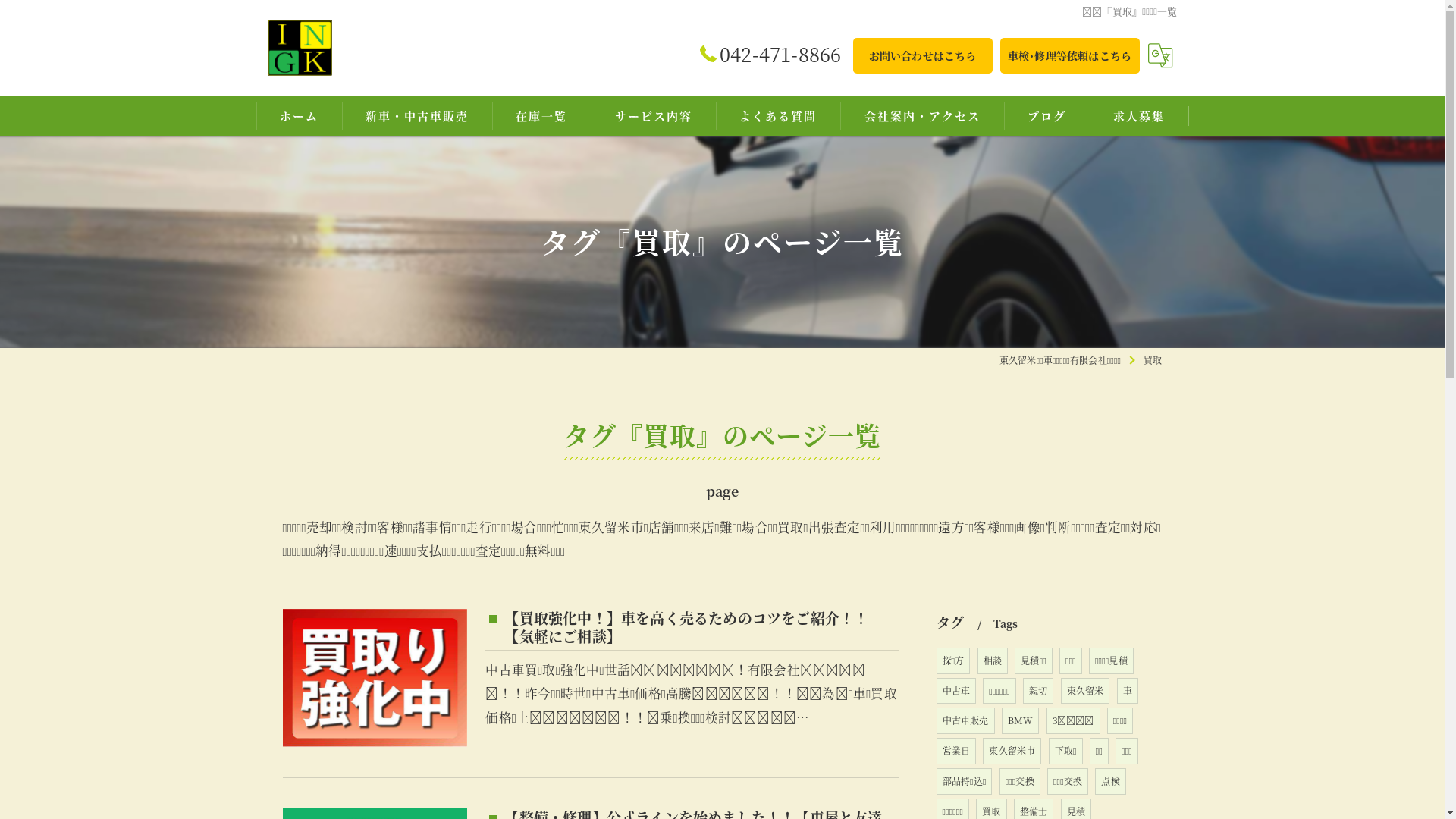  I want to click on 'BMW', so click(1020, 720).